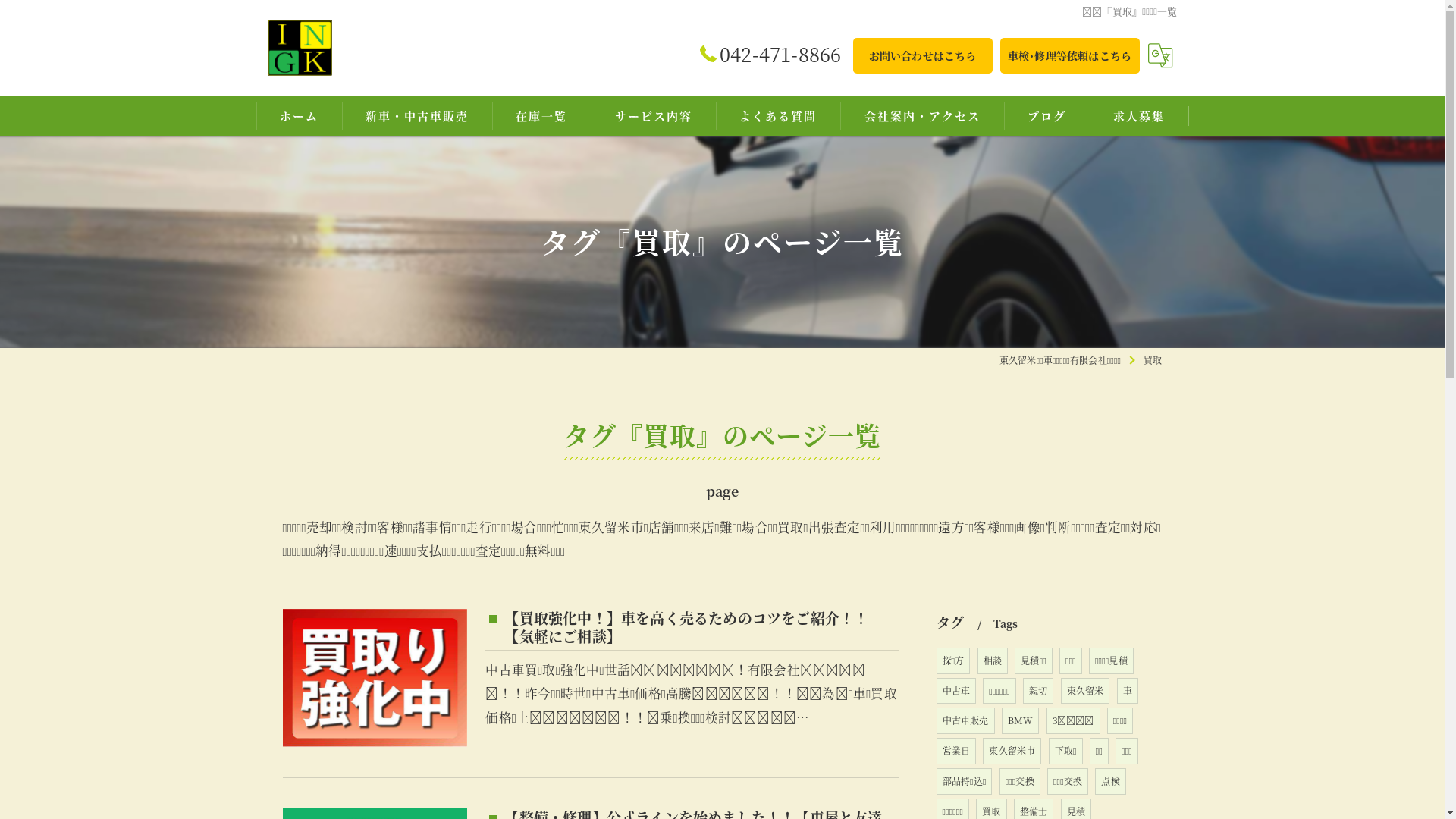  I want to click on 'BMW', so click(1020, 720).